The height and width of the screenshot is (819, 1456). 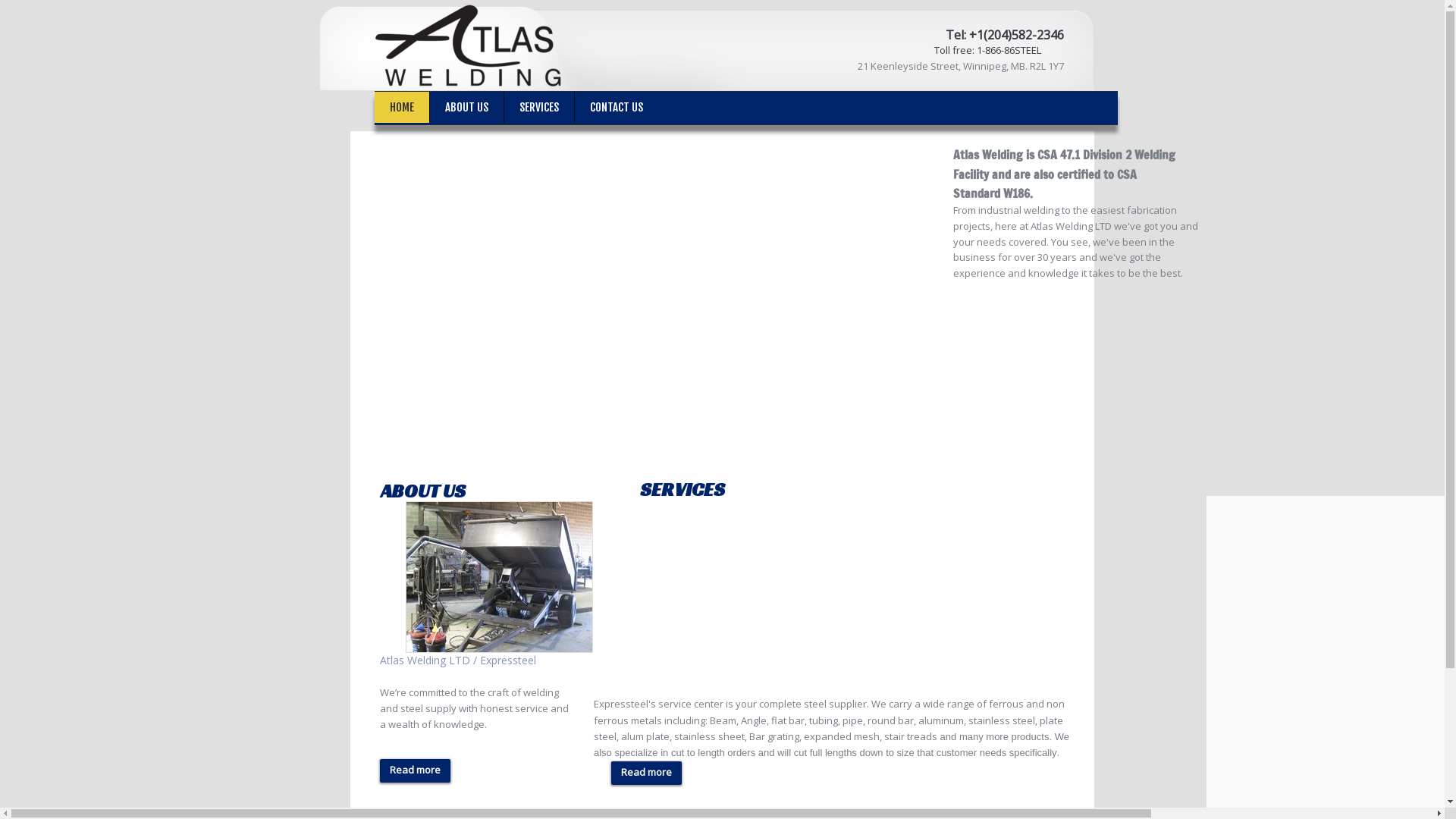 I want to click on 'Read more', so click(x=646, y=773).